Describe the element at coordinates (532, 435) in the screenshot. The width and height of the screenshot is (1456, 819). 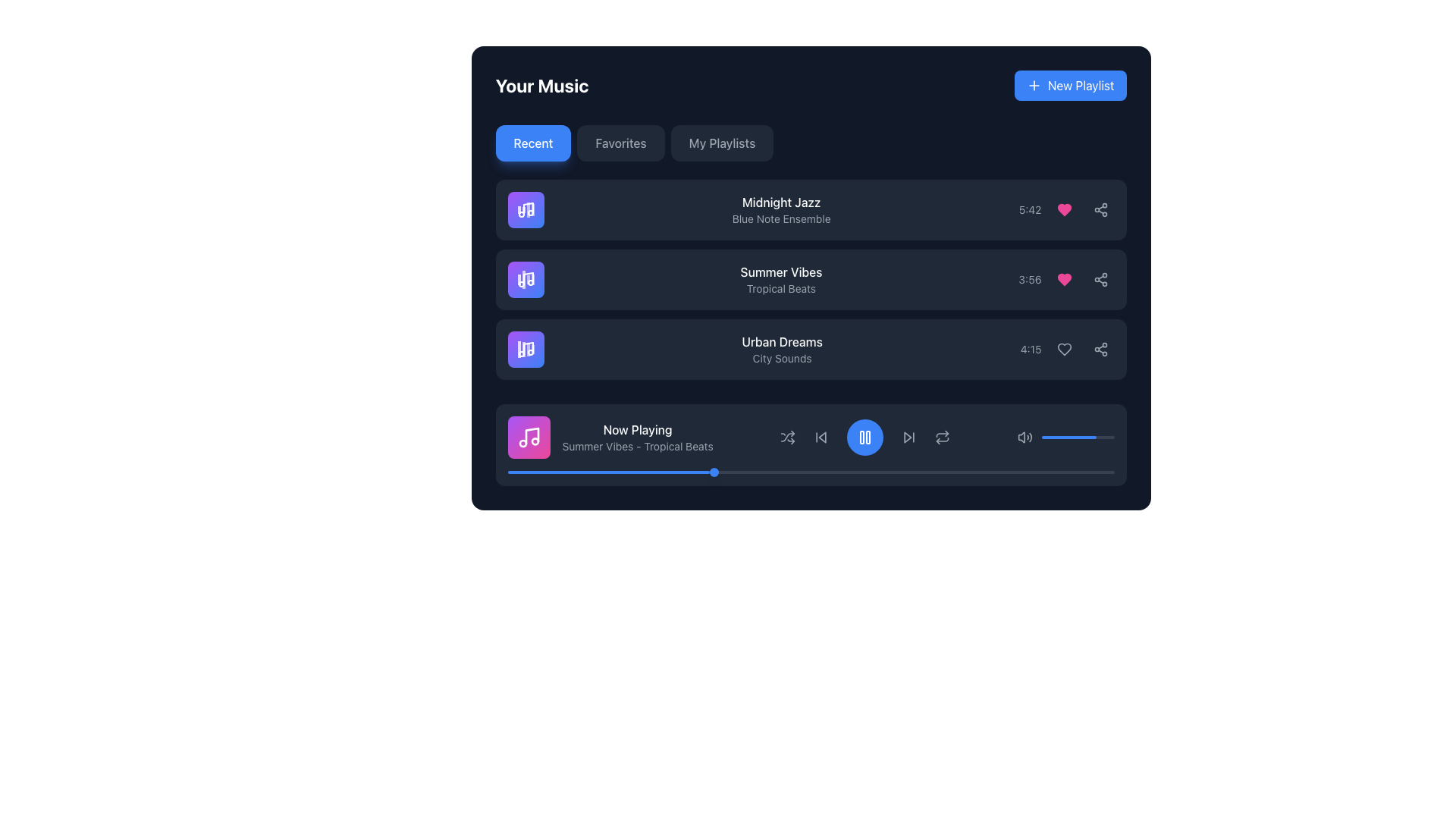
I see `the musical note icon located in the bottom left corner of the 'Now Playing' section, which features a white tint on a purple-toned square background` at that location.